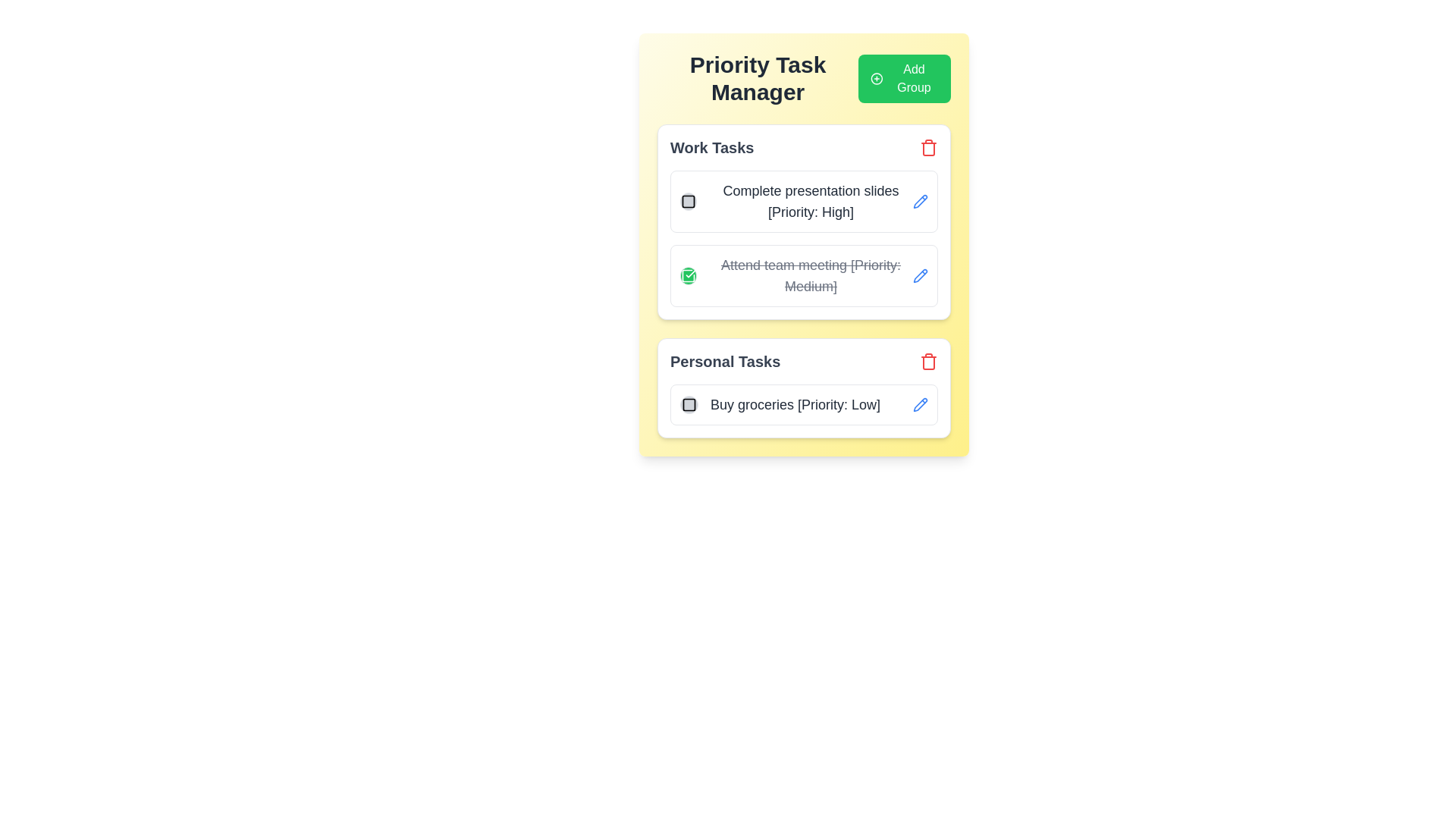  What do you see at coordinates (803, 403) in the screenshot?
I see `the task item labeled 'Buy groceries [Priority: Low]' located at the top of the 'Personal Tasks' section` at bounding box center [803, 403].